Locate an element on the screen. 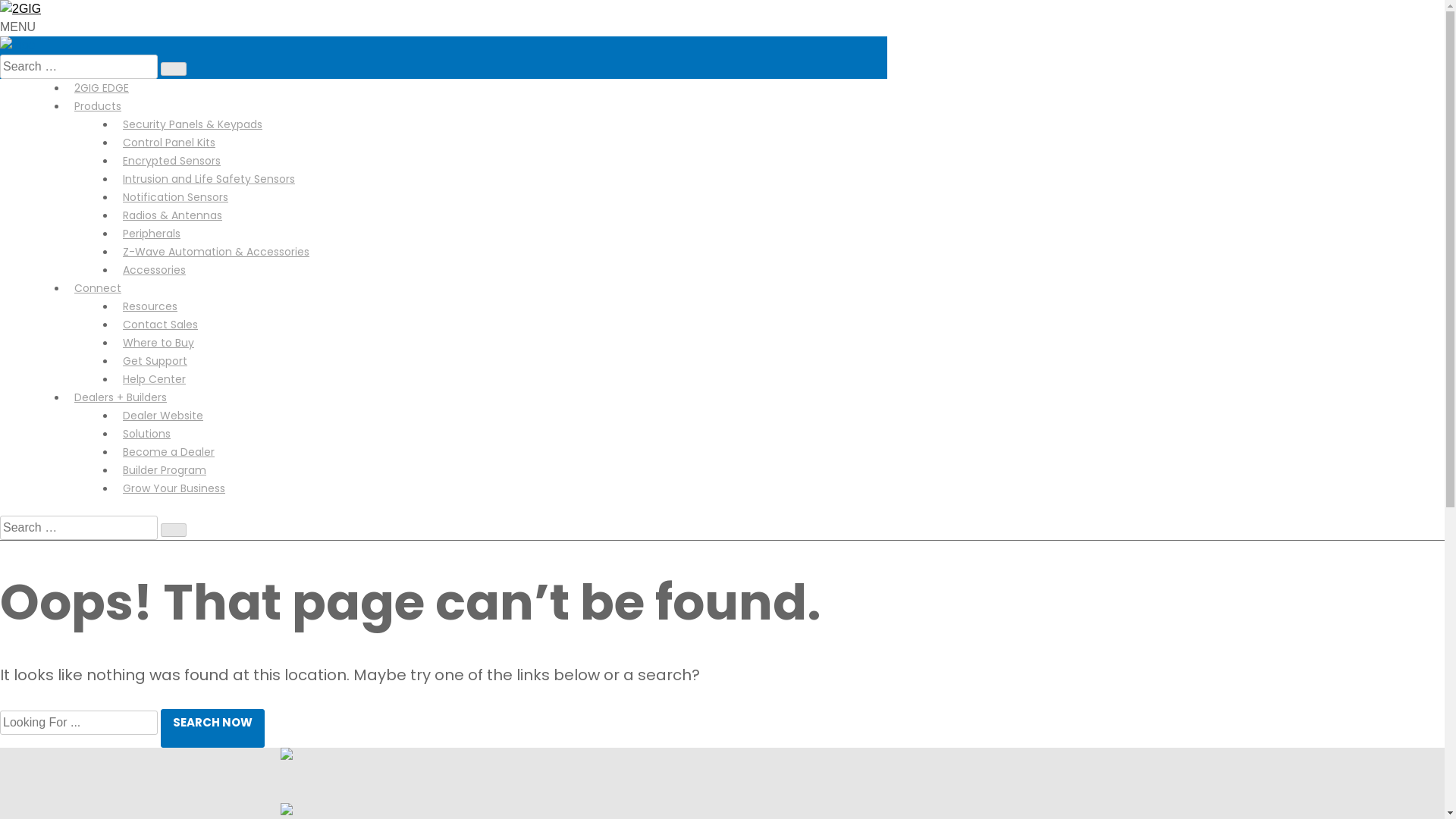 The height and width of the screenshot is (819, 1456). 'Security Panels & Keypads' is located at coordinates (115, 124).